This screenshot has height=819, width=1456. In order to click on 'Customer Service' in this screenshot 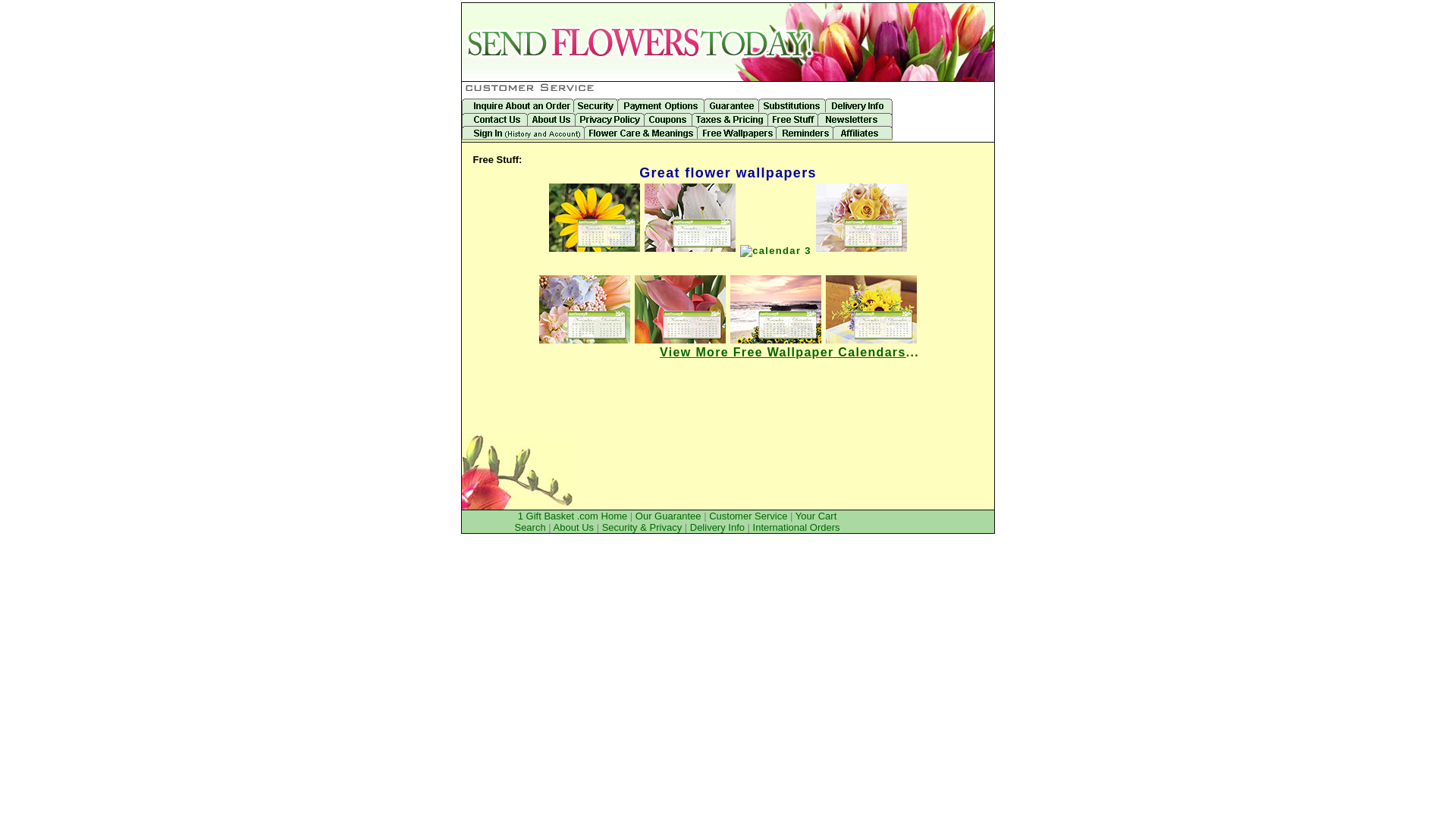, I will do `click(748, 515)`.